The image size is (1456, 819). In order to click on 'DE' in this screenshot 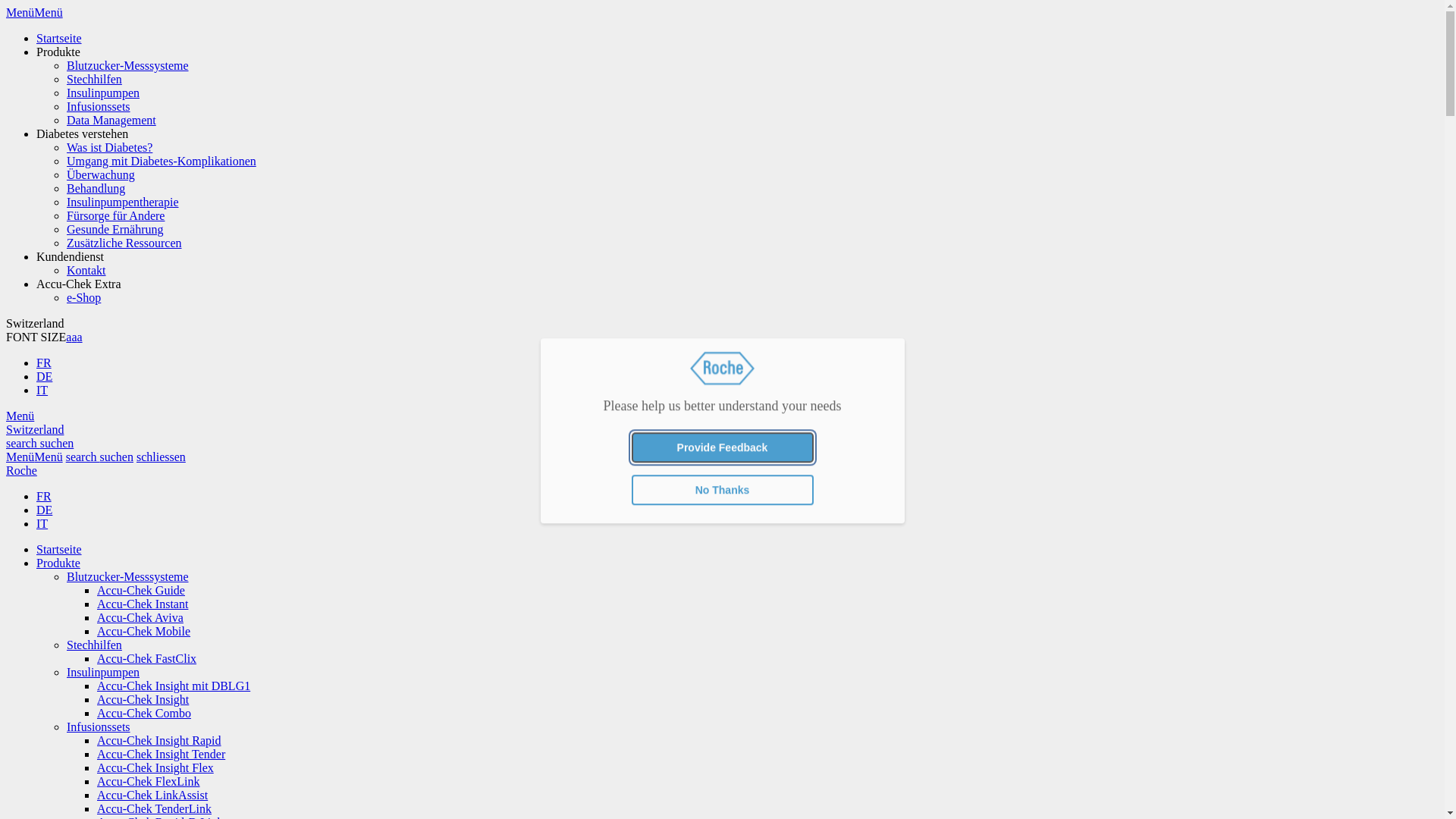, I will do `click(44, 375)`.